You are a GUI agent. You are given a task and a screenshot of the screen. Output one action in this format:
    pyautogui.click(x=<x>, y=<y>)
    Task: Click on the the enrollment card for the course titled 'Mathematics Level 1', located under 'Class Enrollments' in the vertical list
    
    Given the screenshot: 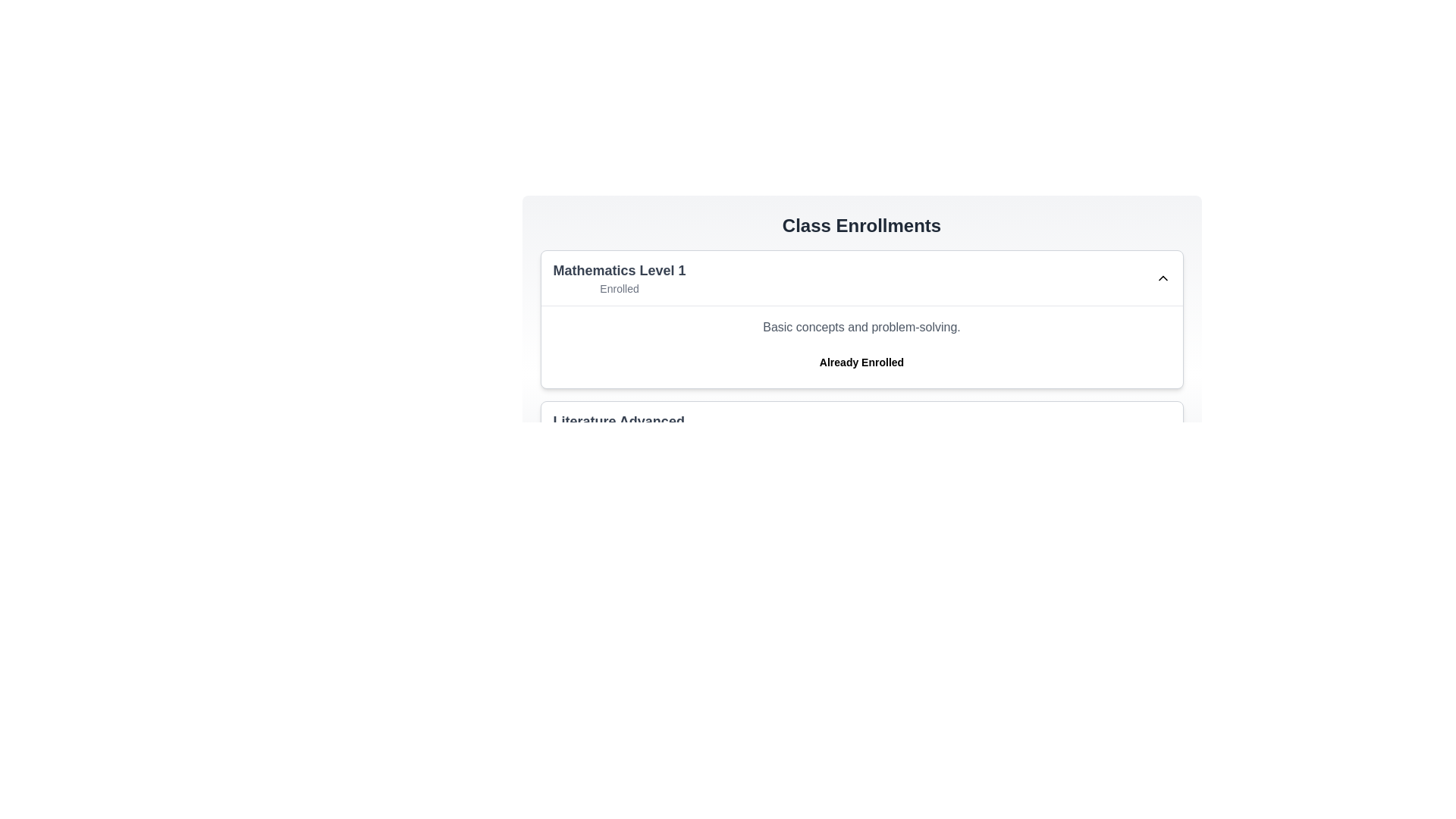 What is the action you would take?
    pyautogui.click(x=861, y=318)
    